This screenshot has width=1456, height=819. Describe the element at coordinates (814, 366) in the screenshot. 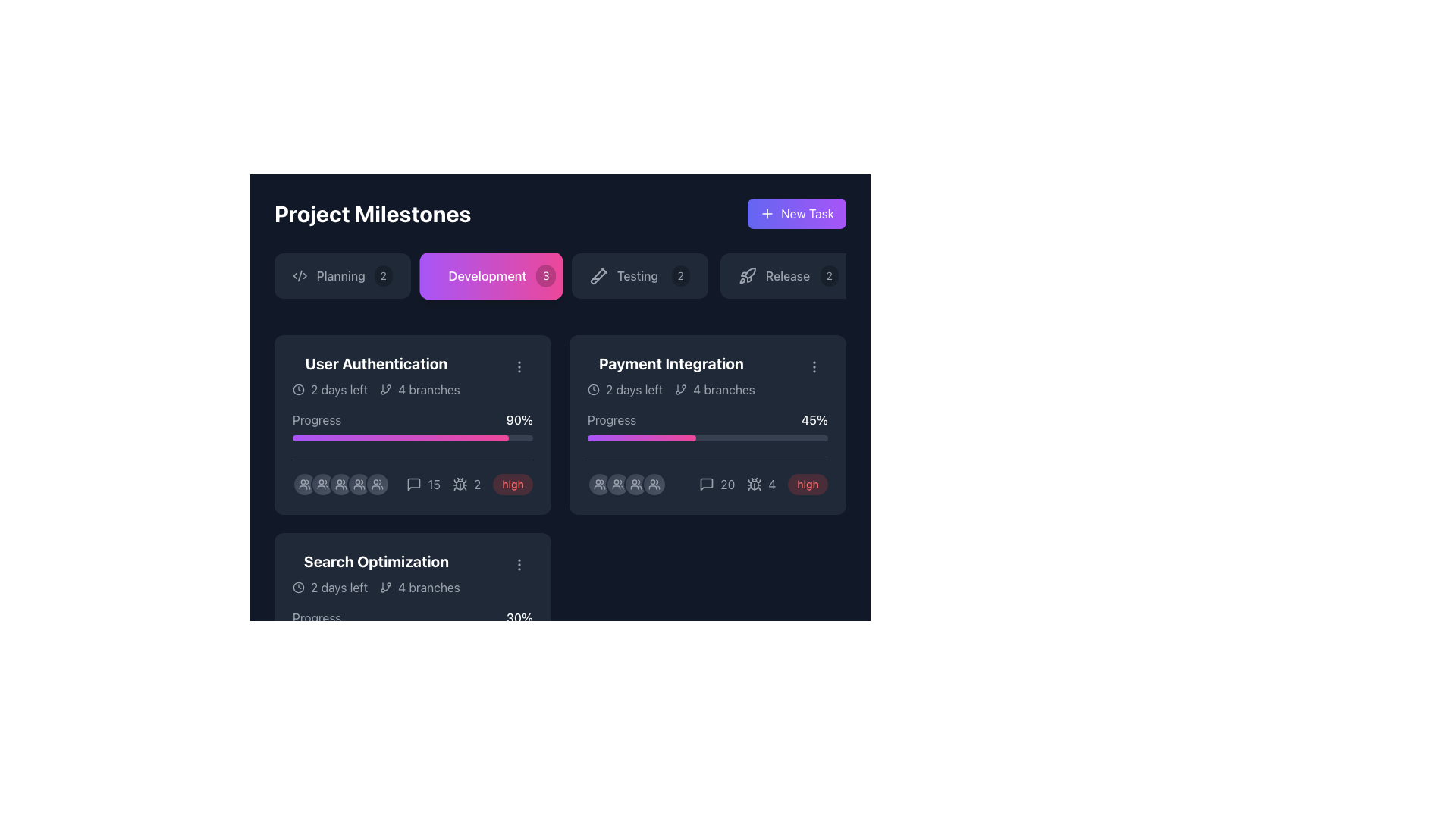

I see `the Ellipsis Menu icon located in the top-right corner of the 'Payment Integration' card` at that location.